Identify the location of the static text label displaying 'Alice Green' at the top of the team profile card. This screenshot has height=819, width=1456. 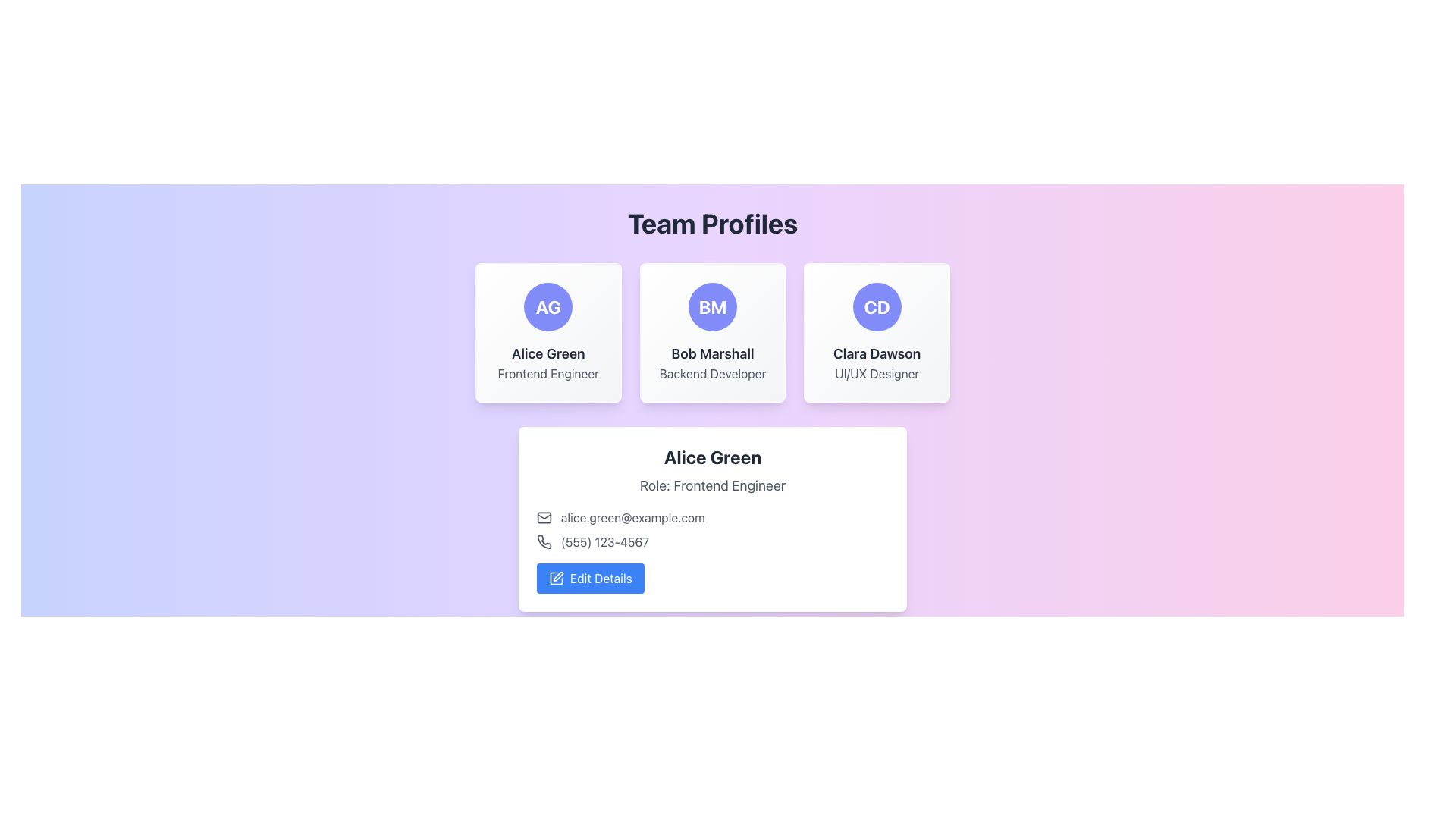
(712, 456).